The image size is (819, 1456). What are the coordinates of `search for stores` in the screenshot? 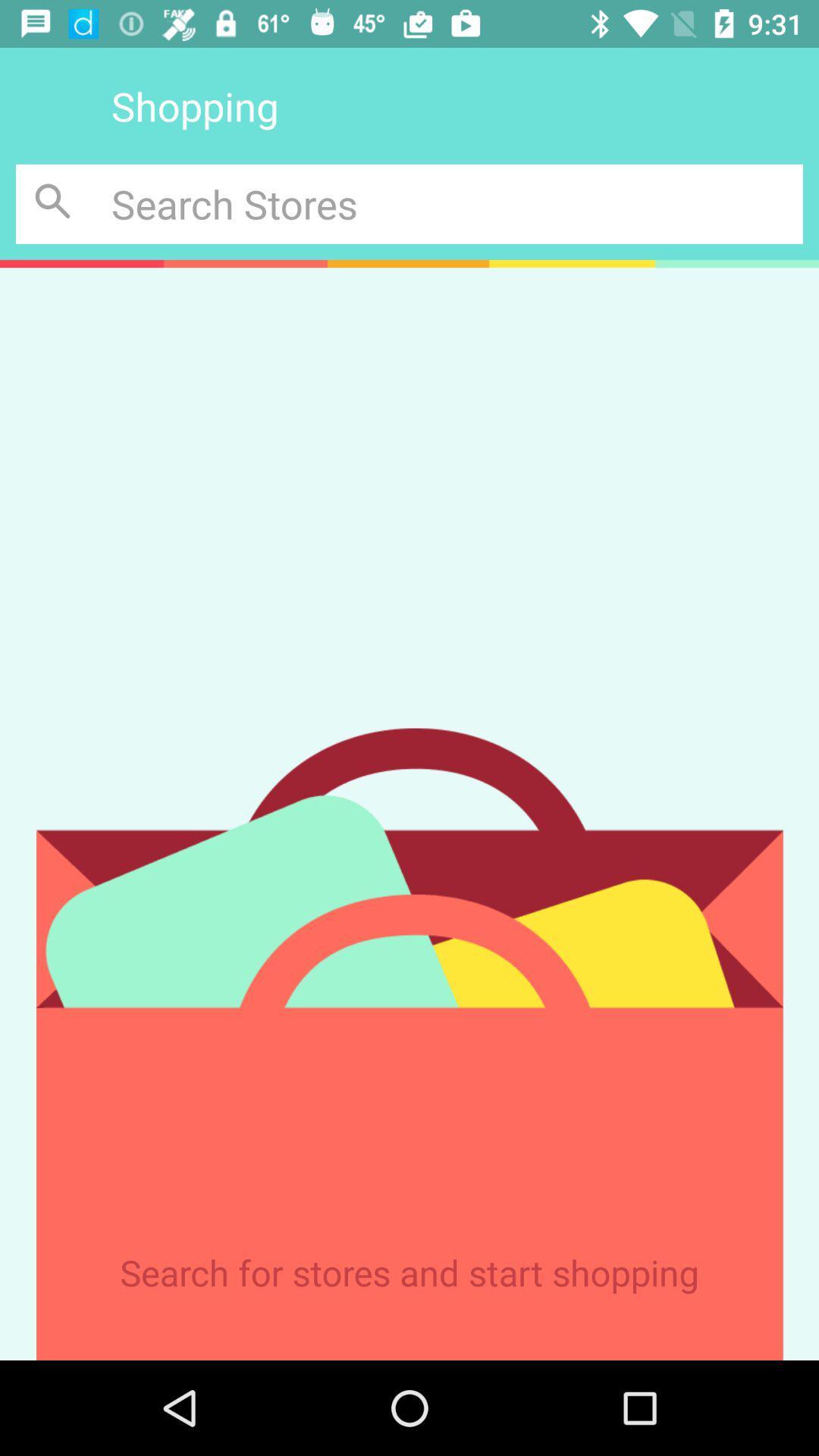 It's located at (55, 203).